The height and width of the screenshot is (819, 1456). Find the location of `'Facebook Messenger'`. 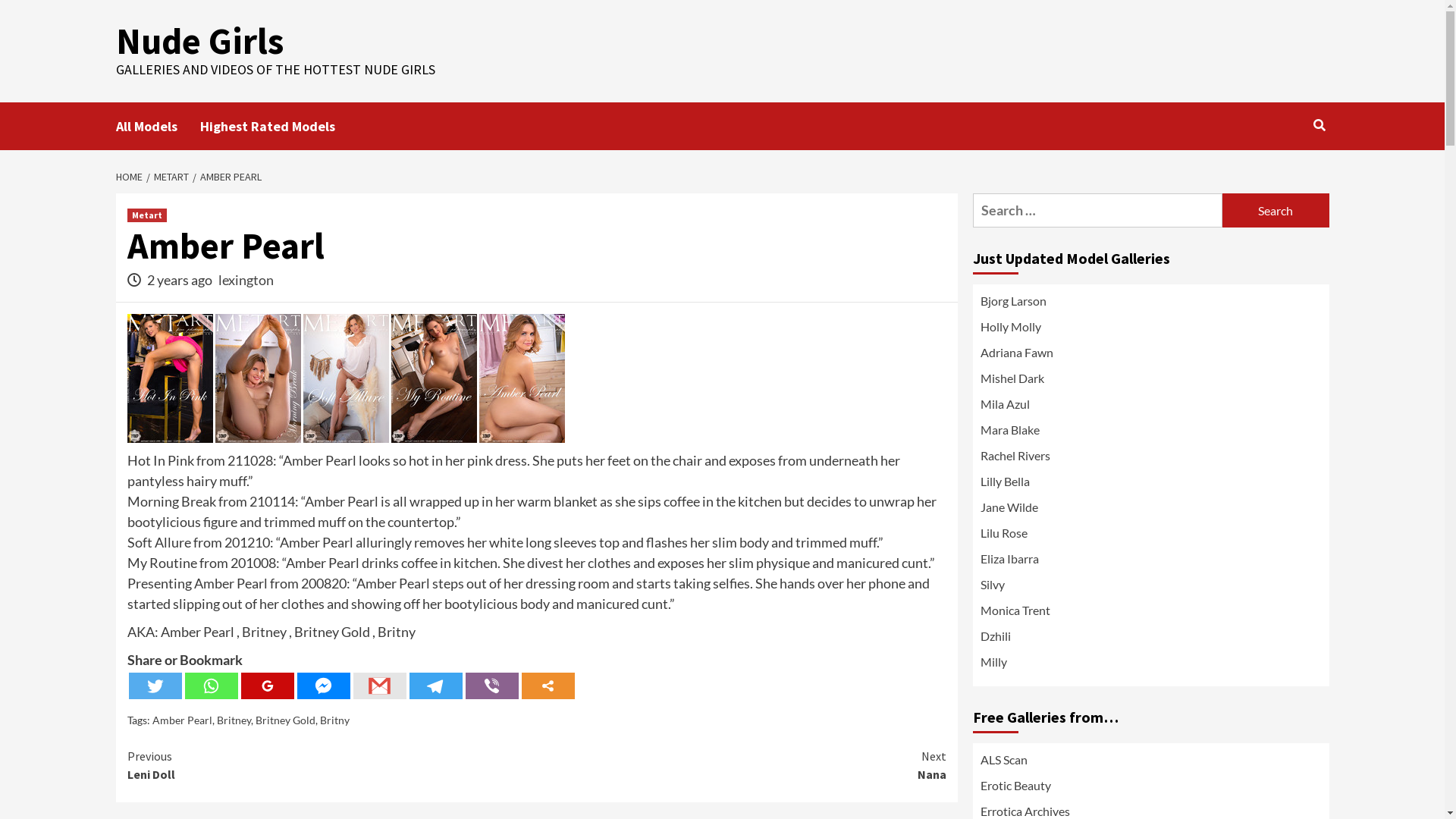

'Facebook Messenger' is located at coordinates (323, 686).